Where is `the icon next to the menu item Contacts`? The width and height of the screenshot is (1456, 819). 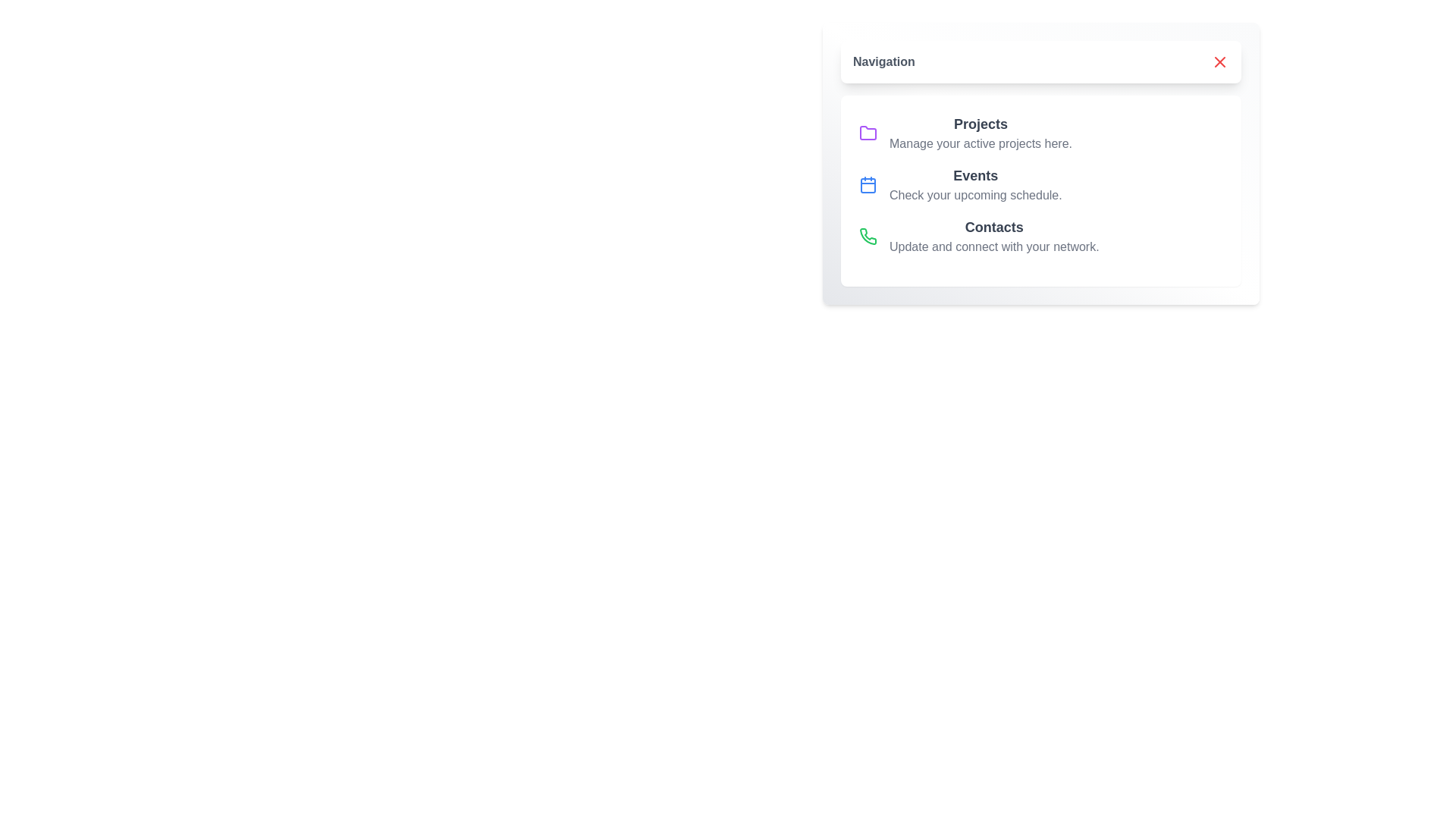 the icon next to the menu item Contacts is located at coordinates (868, 237).